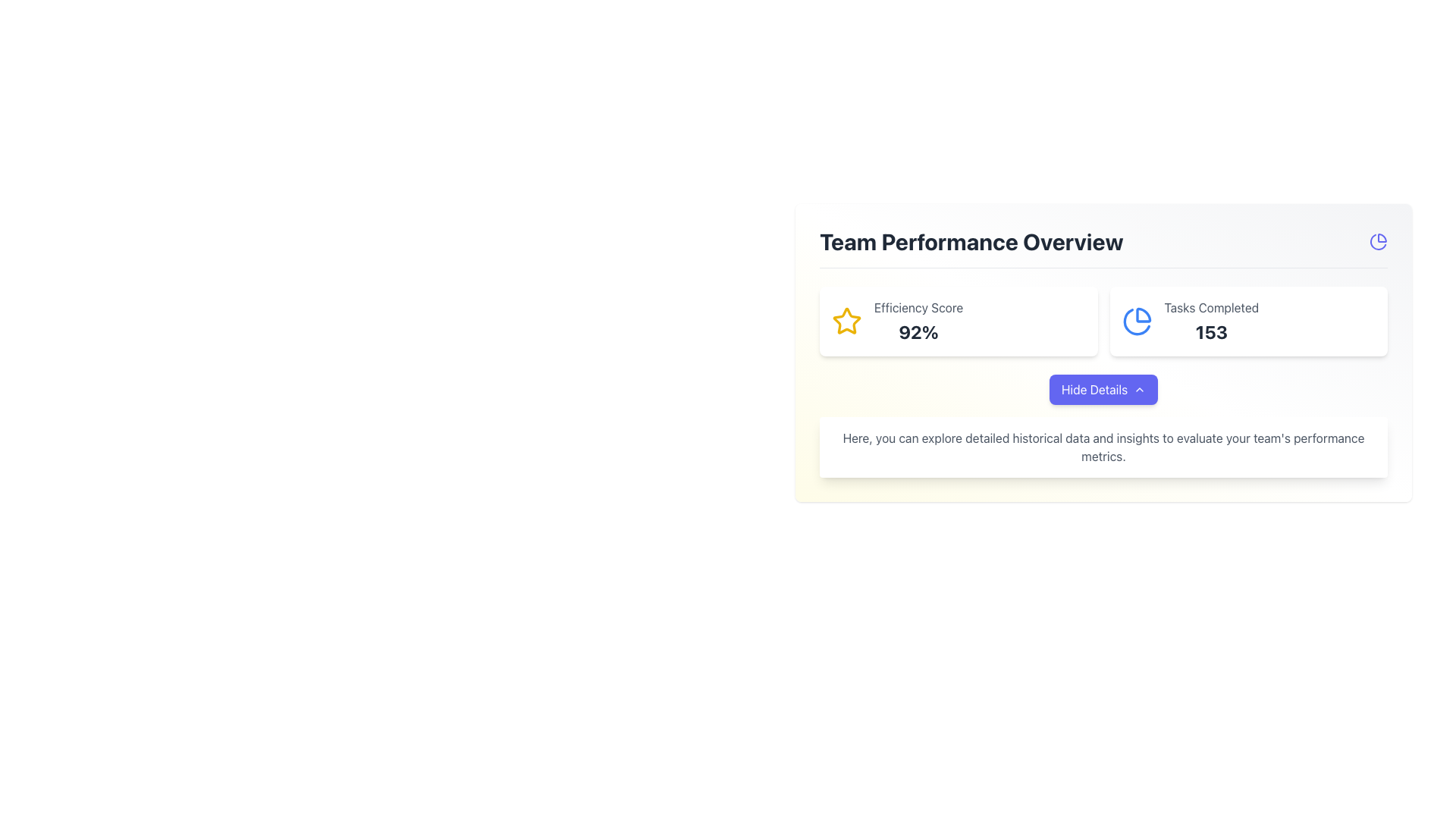  Describe the element at coordinates (1210, 321) in the screenshot. I see `the text label displaying the numeric value '153' beneath the label 'Tasks Completed', which is located in the right section of a two-card layout` at that location.